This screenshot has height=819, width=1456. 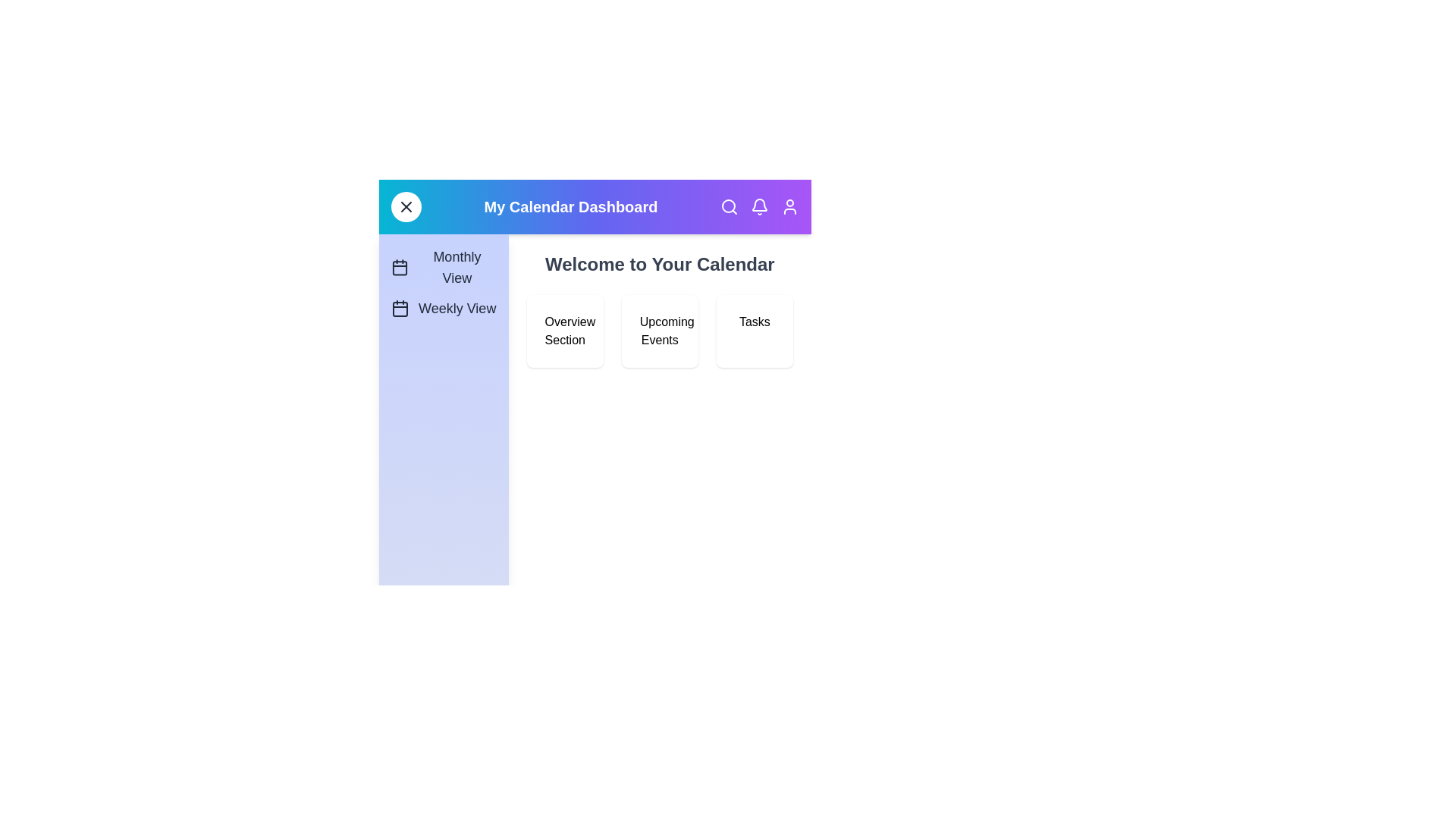 What do you see at coordinates (443, 267) in the screenshot?
I see `the 'Monthly View' navigation menu item, which is the first option in the vertical navigation menu on the left side of the interface` at bounding box center [443, 267].